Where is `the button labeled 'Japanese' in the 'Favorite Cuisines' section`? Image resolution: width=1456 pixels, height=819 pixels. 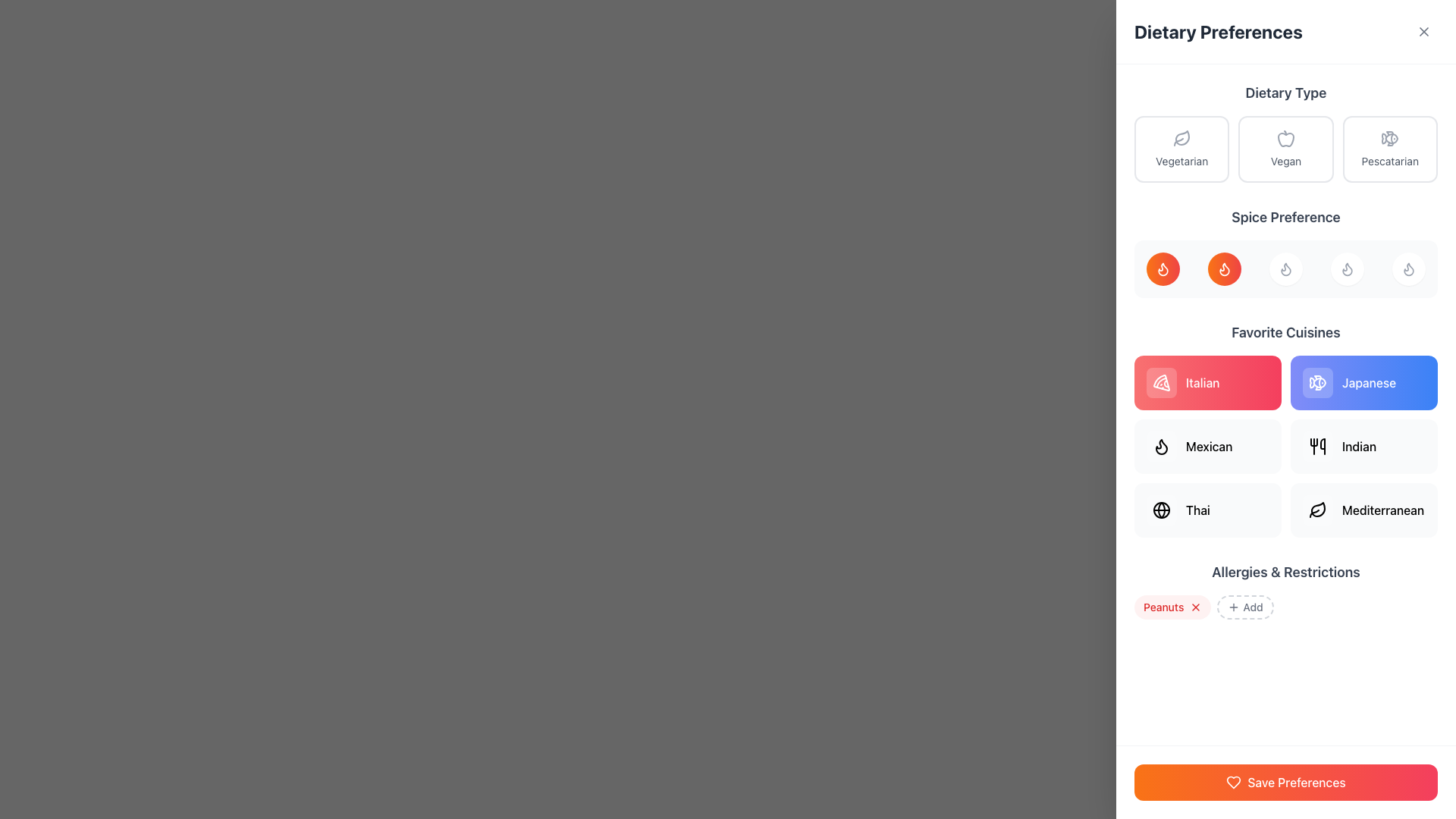
the button labeled 'Japanese' in the 'Favorite Cuisines' section is located at coordinates (1316, 382).